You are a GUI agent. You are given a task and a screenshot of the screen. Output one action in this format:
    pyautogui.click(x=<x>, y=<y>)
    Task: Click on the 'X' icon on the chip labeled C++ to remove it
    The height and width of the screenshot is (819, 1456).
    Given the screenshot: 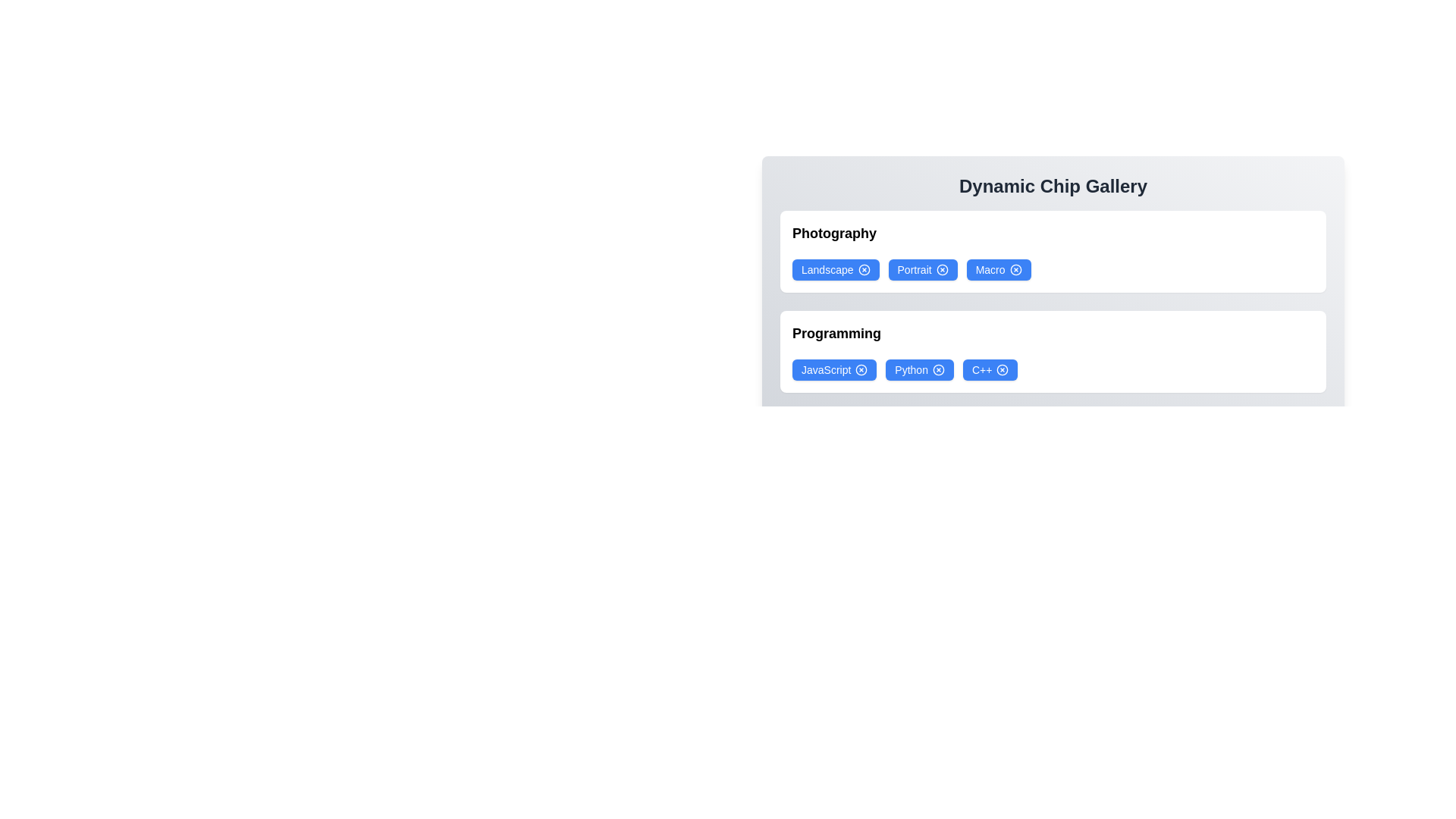 What is the action you would take?
    pyautogui.click(x=1003, y=370)
    